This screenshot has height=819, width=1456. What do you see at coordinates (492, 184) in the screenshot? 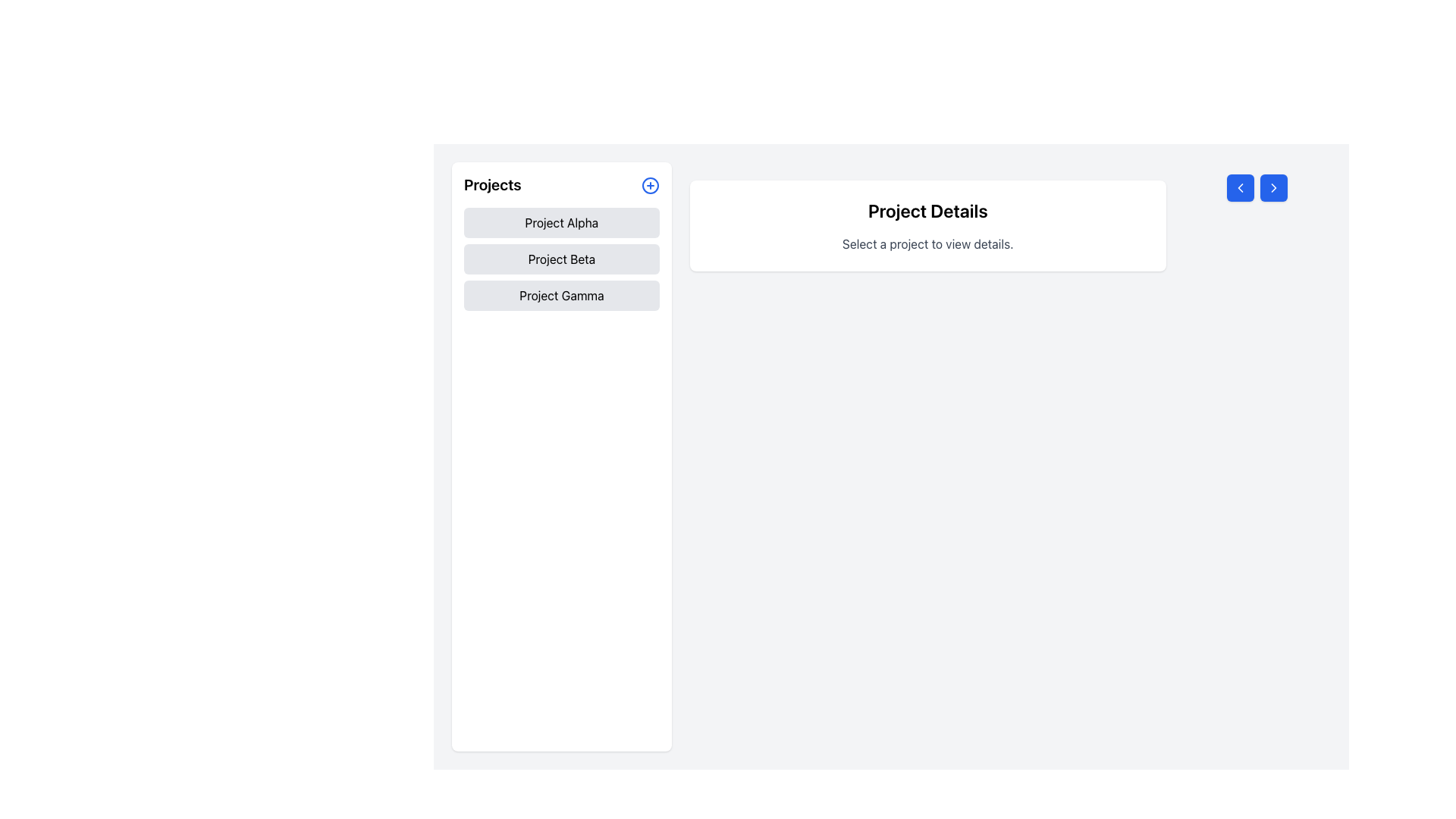
I see `the 'Projects' static text element, which is a bold and larger-than-normal black font title located at the top-left area of the left sidebar` at bounding box center [492, 184].